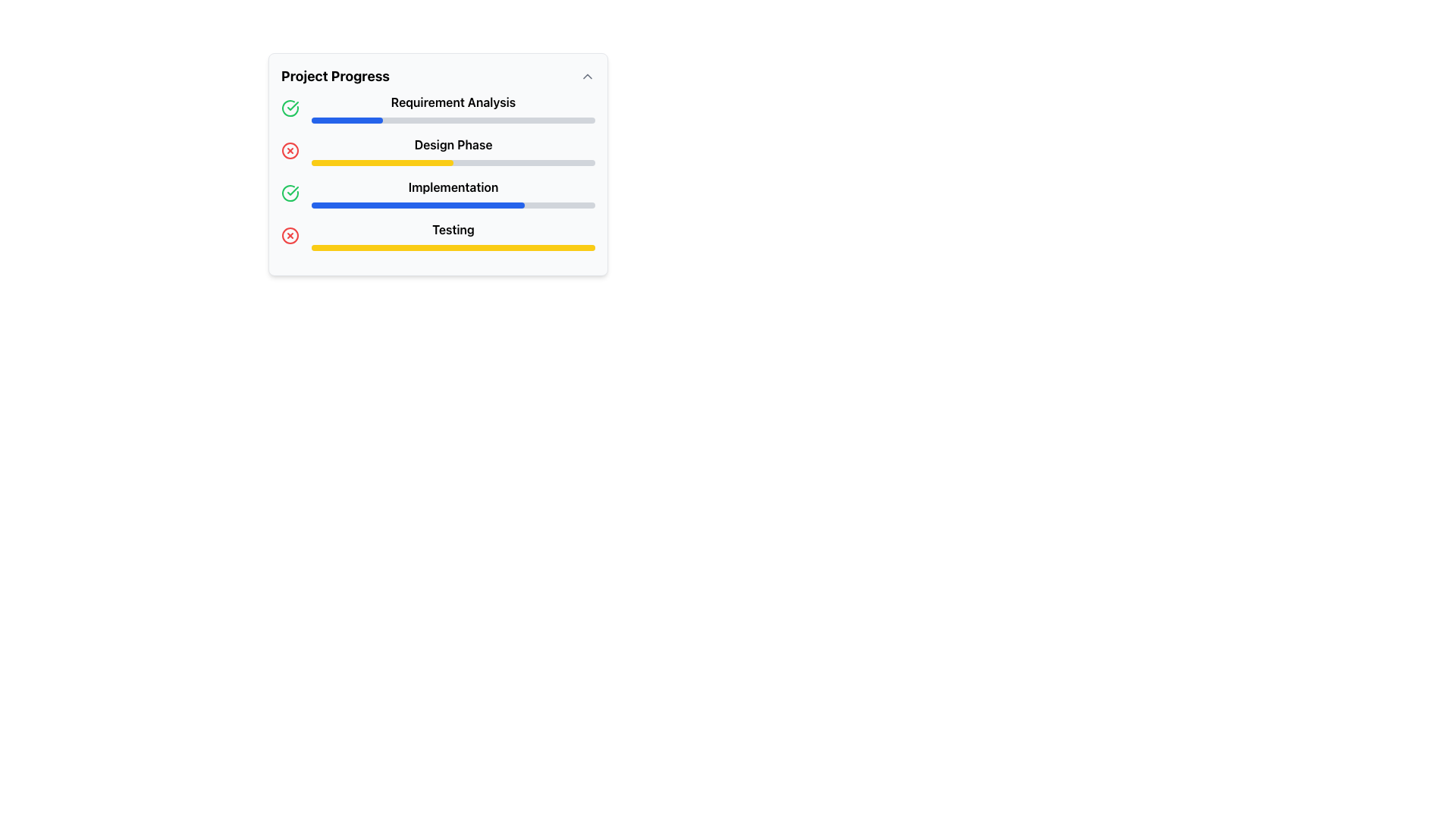 This screenshot has height=819, width=1456. I want to click on the non-interactive 'error' status icon indicating the 'Design Phase' is in an error or not completed state, located next to the text 'Design Phase' in the progress tracker, so click(290, 151).